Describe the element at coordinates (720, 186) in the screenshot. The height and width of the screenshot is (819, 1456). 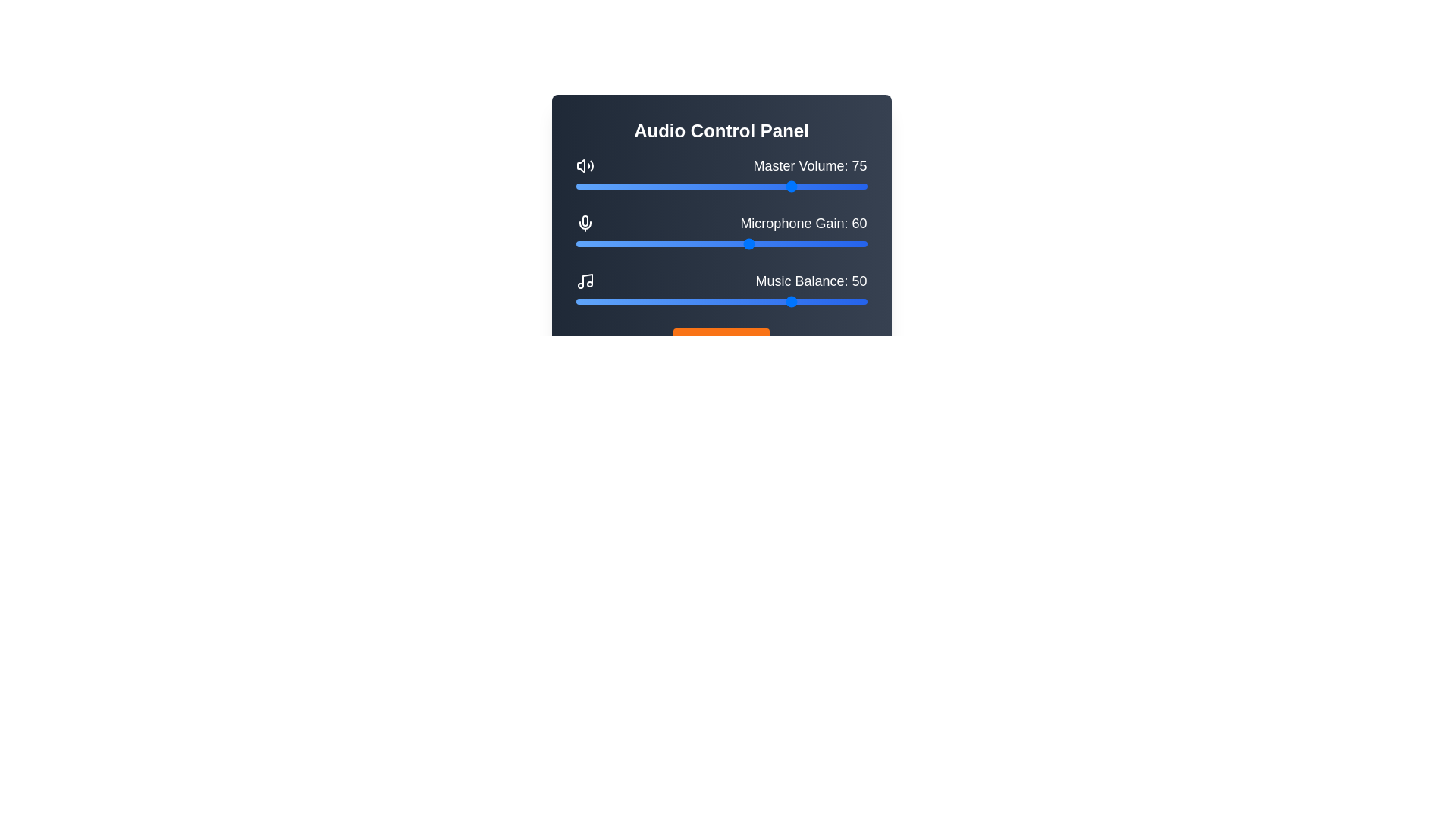
I see `the Master Volume slider to 50` at that location.